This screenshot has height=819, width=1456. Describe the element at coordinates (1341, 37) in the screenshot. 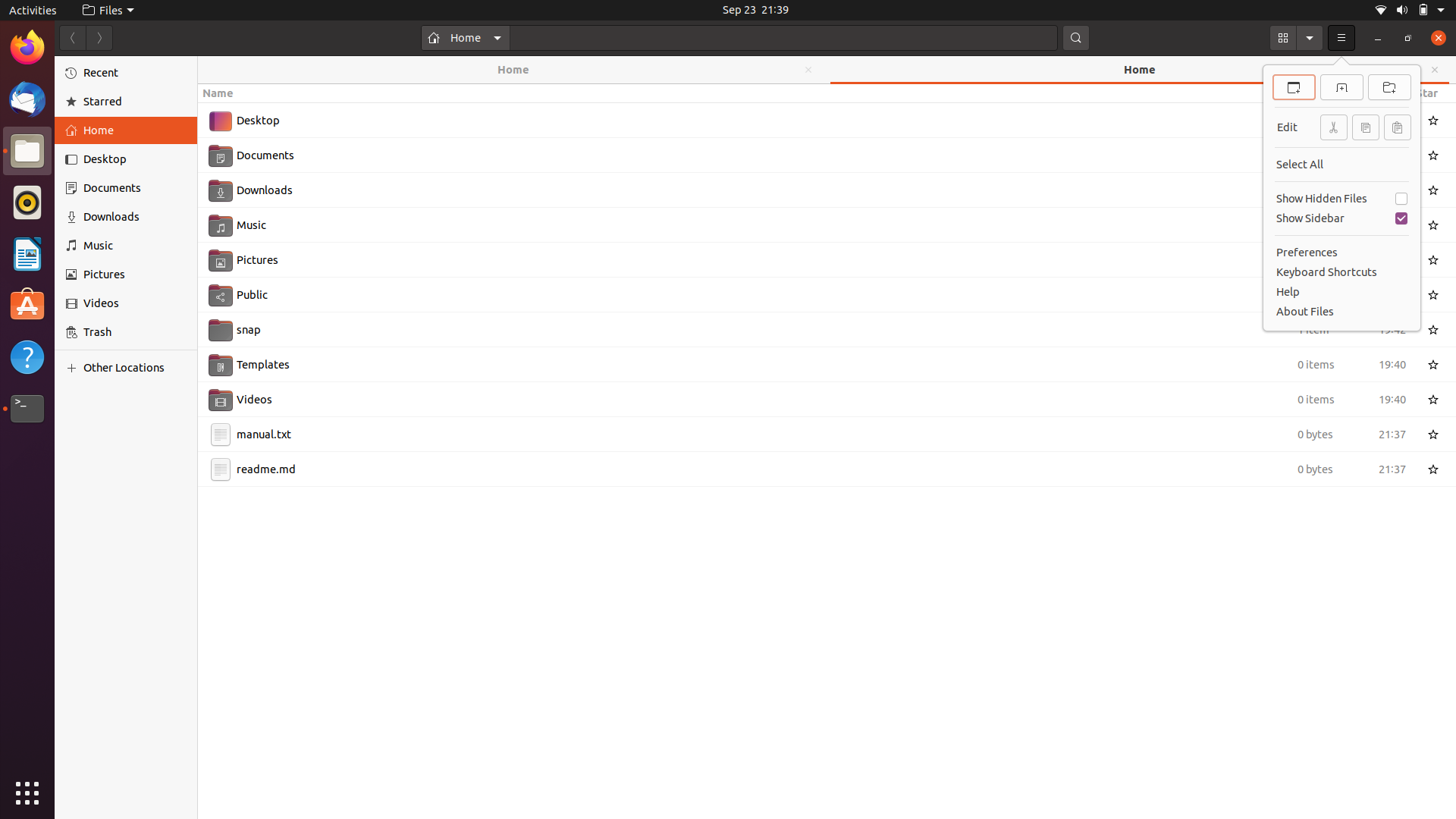

I see `the second menu using keyboard and mouse` at that location.